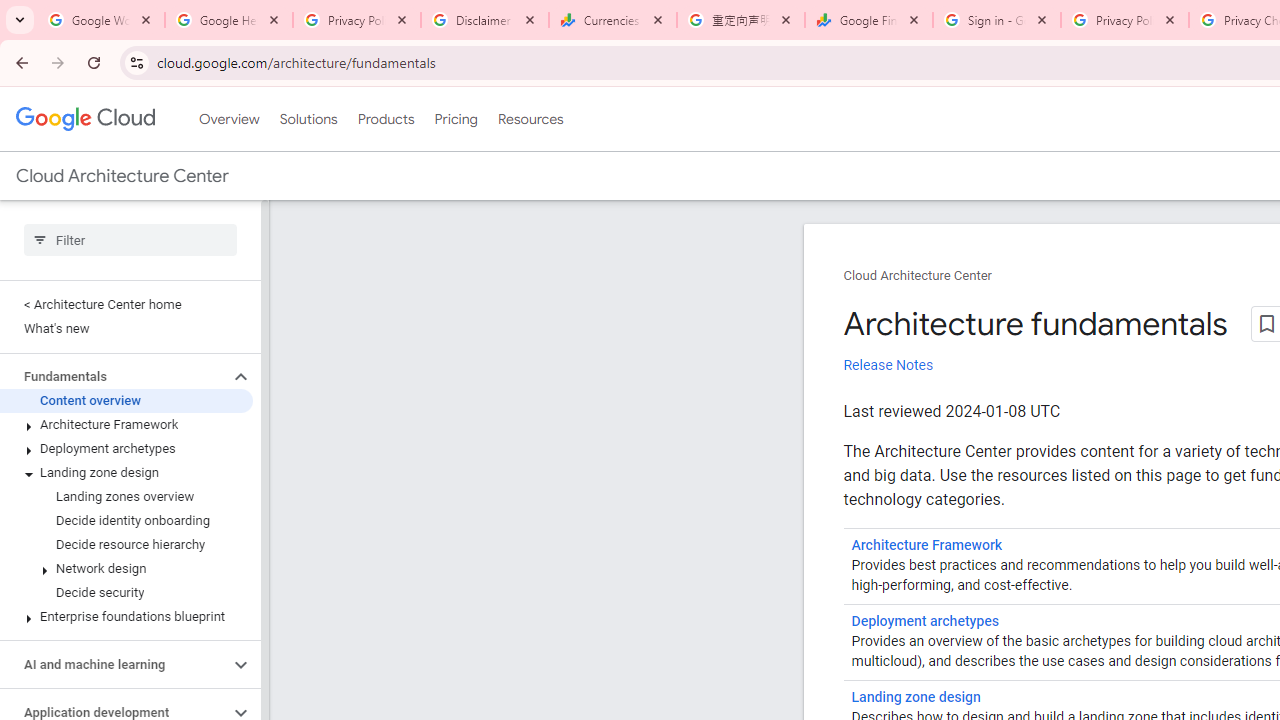 This screenshot has width=1280, height=720. What do you see at coordinates (926, 545) in the screenshot?
I see `'Architecture Framework'` at bounding box center [926, 545].